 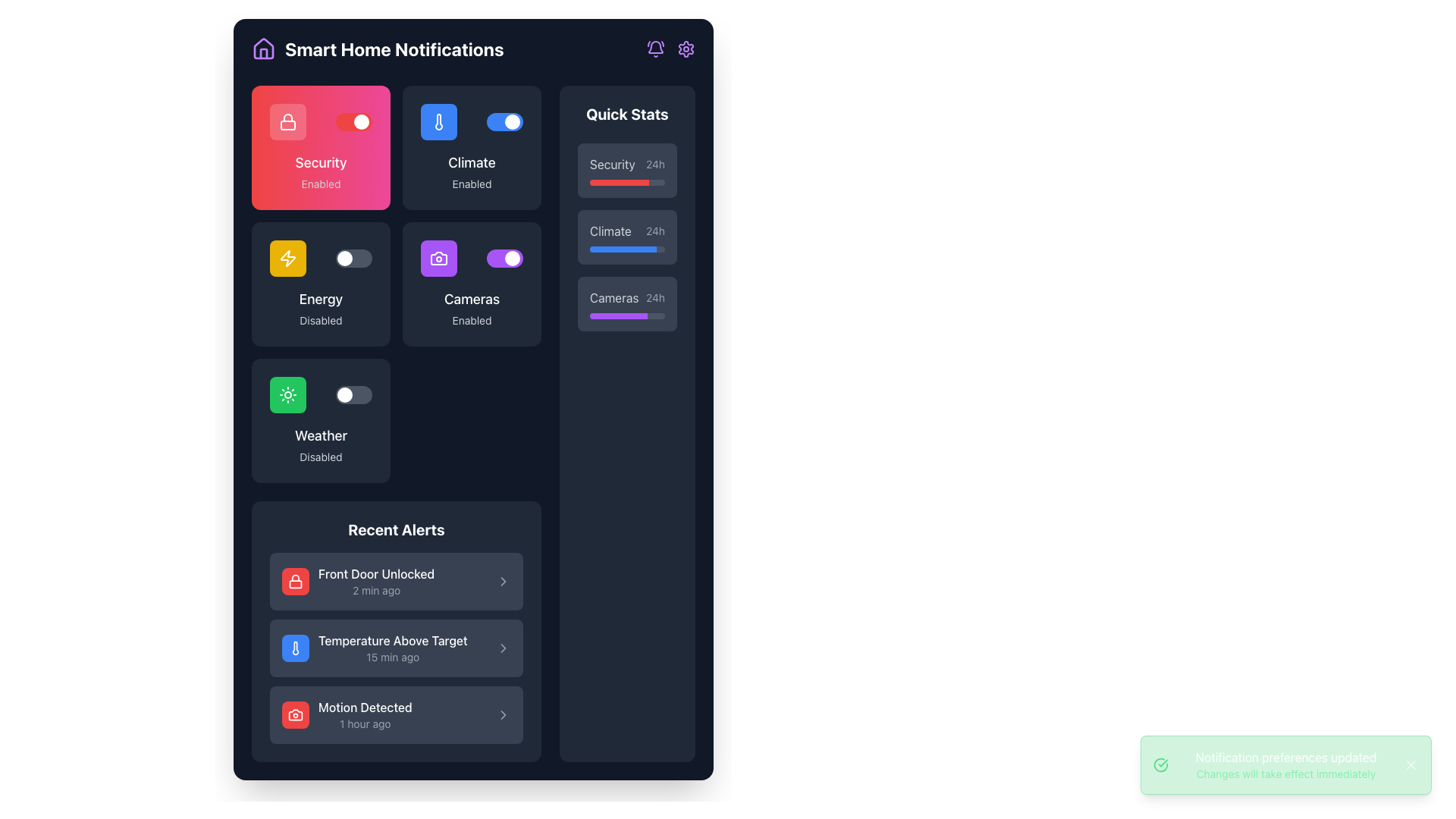 What do you see at coordinates (287, 121) in the screenshot?
I see `the 'Security' icon located in the top-left segment of the dashboard interface` at bounding box center [287, 121].